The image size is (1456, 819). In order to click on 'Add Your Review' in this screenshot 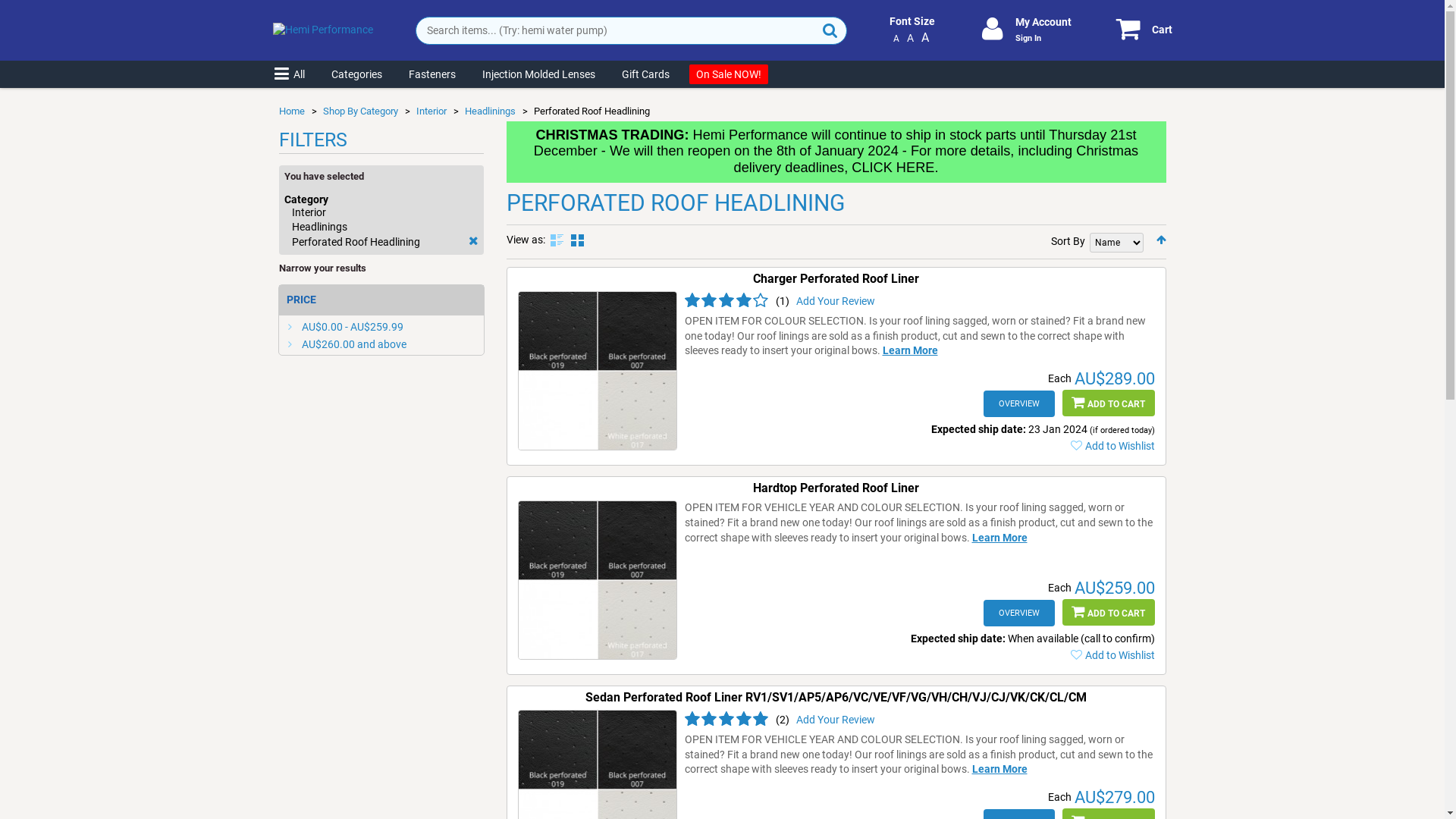, I will do `click(835, 301)`.